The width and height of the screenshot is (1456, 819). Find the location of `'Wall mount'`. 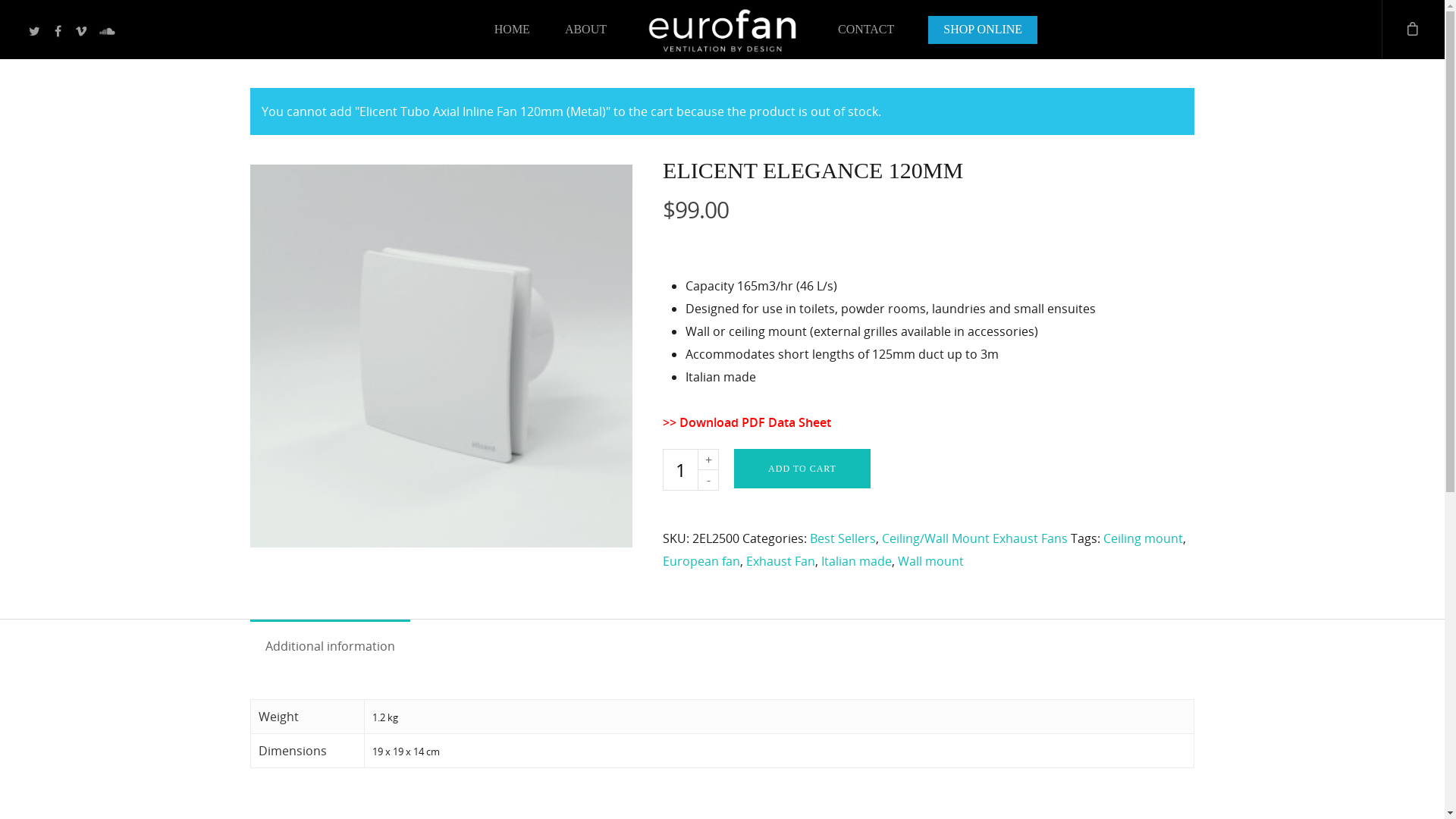

'Wall mount' is located at coordinates (898, 561).